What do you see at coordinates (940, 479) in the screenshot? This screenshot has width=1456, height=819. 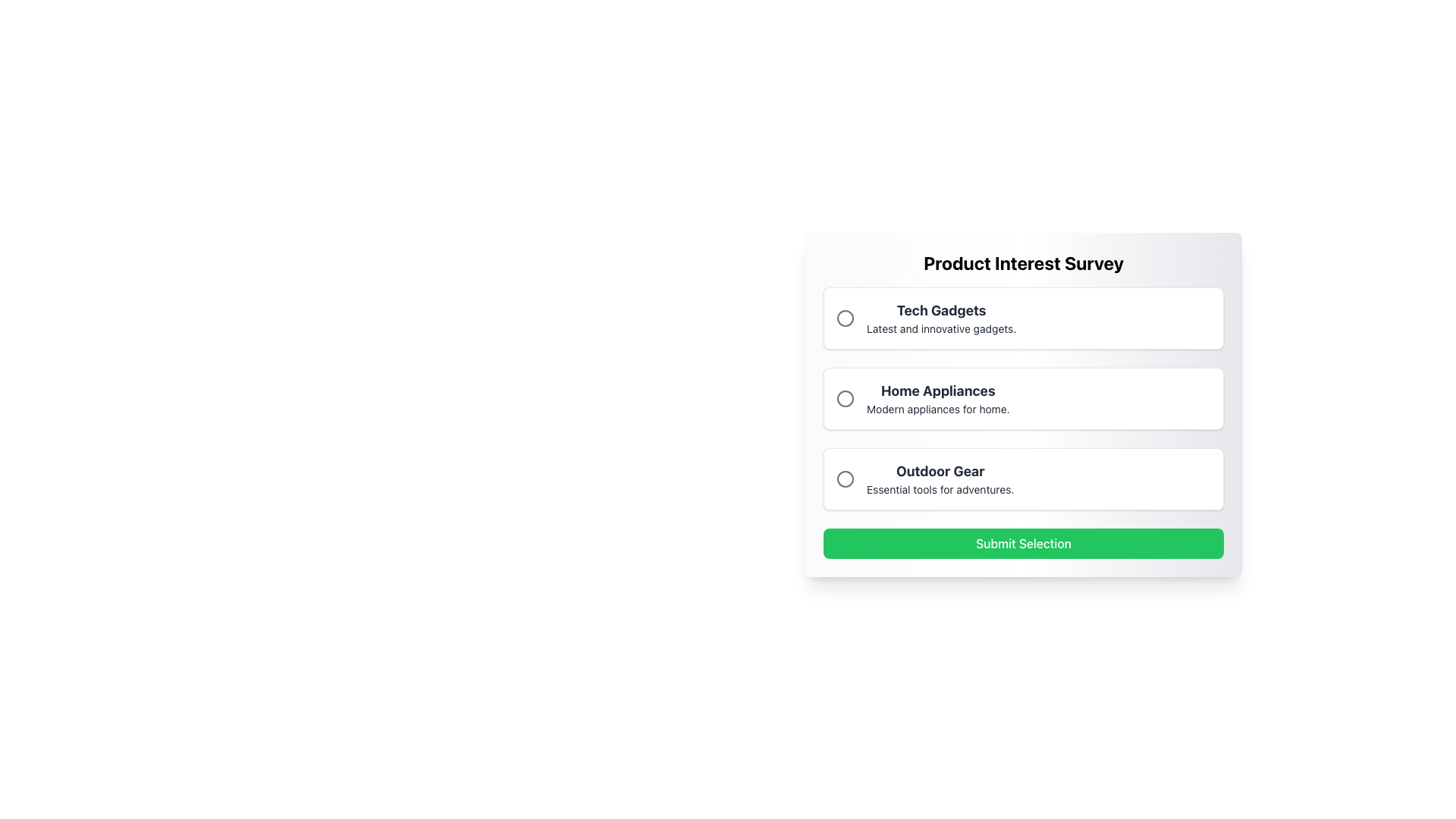 I see `to select the third selectable option labeled 'Outdoor Gear', which includes a bold title and a subtitle, positioned in the middle of the interface` at bounding box center [940, 479].